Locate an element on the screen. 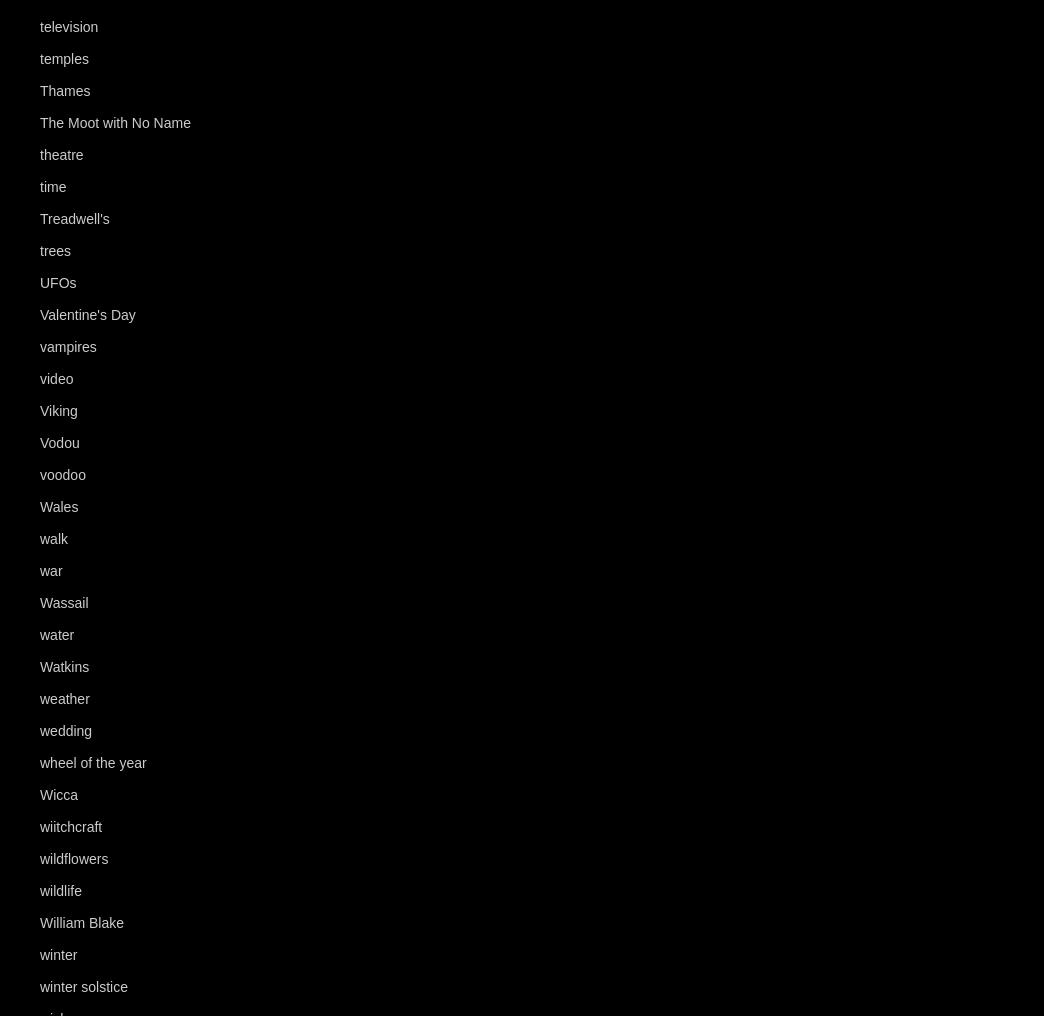 This screenshot has width=1044, height=1016. 'The Moot with No Name' is located at coordinates (38, 123).